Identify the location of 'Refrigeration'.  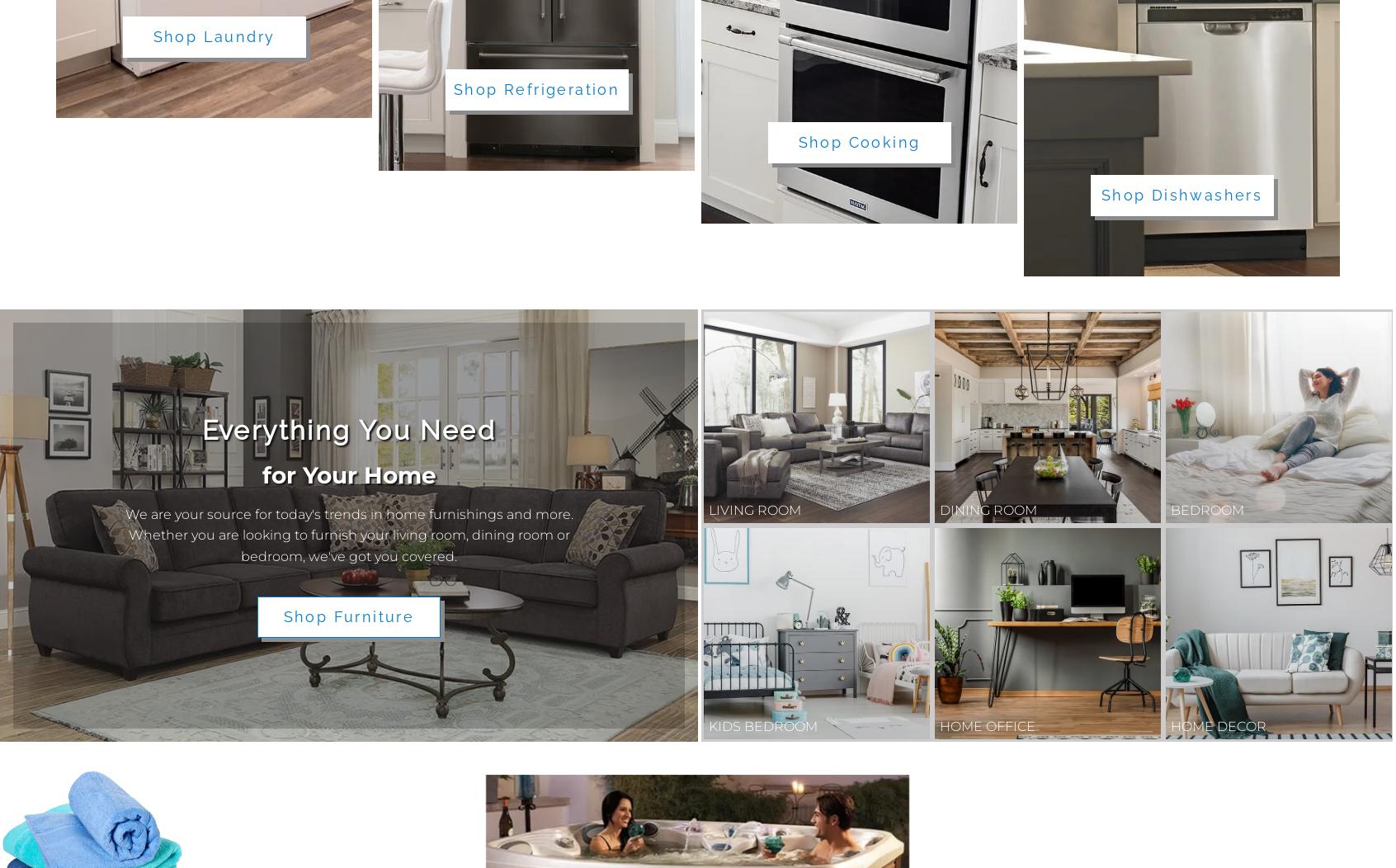
(558, 88).